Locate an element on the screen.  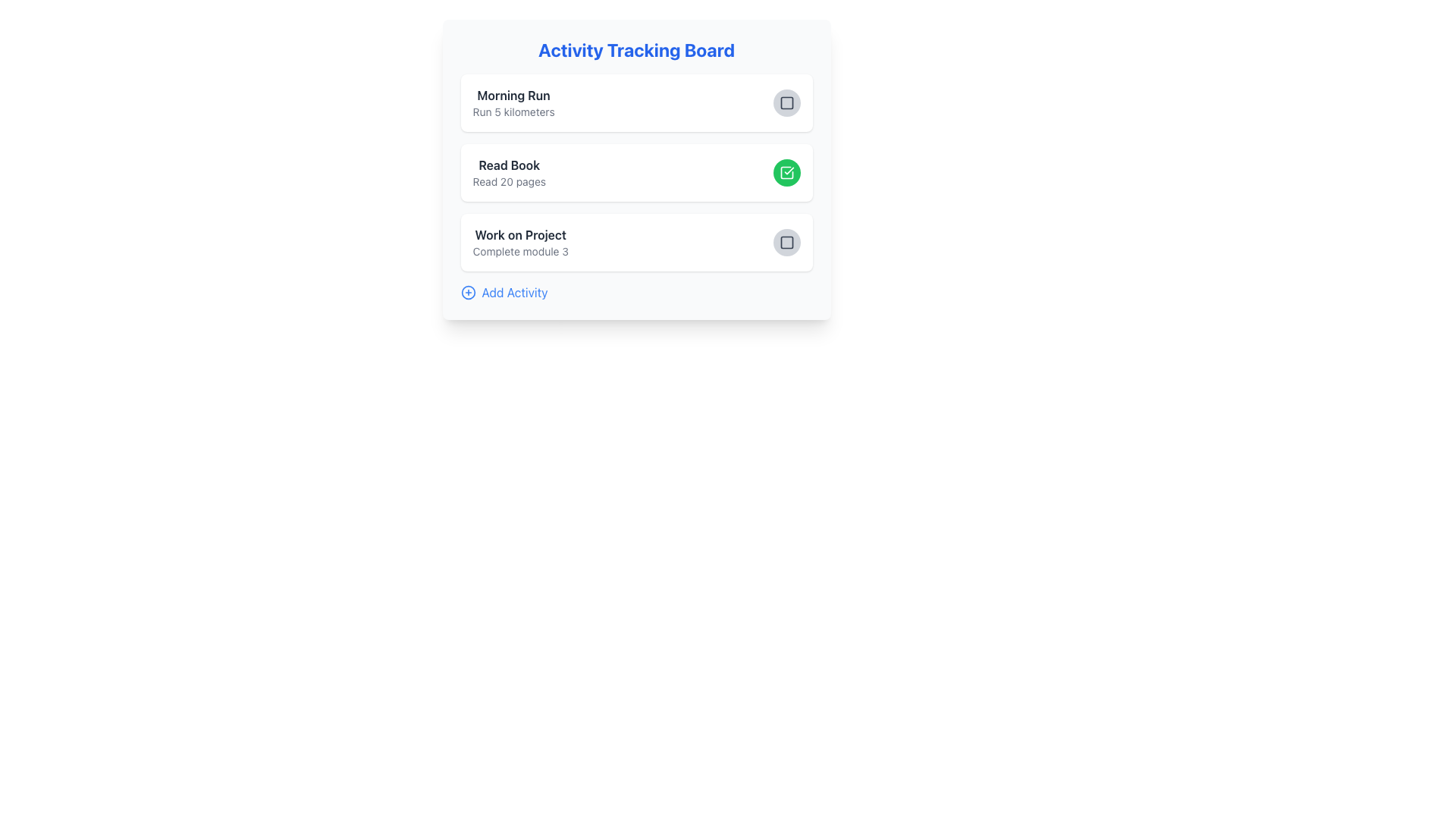
the 'Read Book' task card is located at coordinates (636, 171).